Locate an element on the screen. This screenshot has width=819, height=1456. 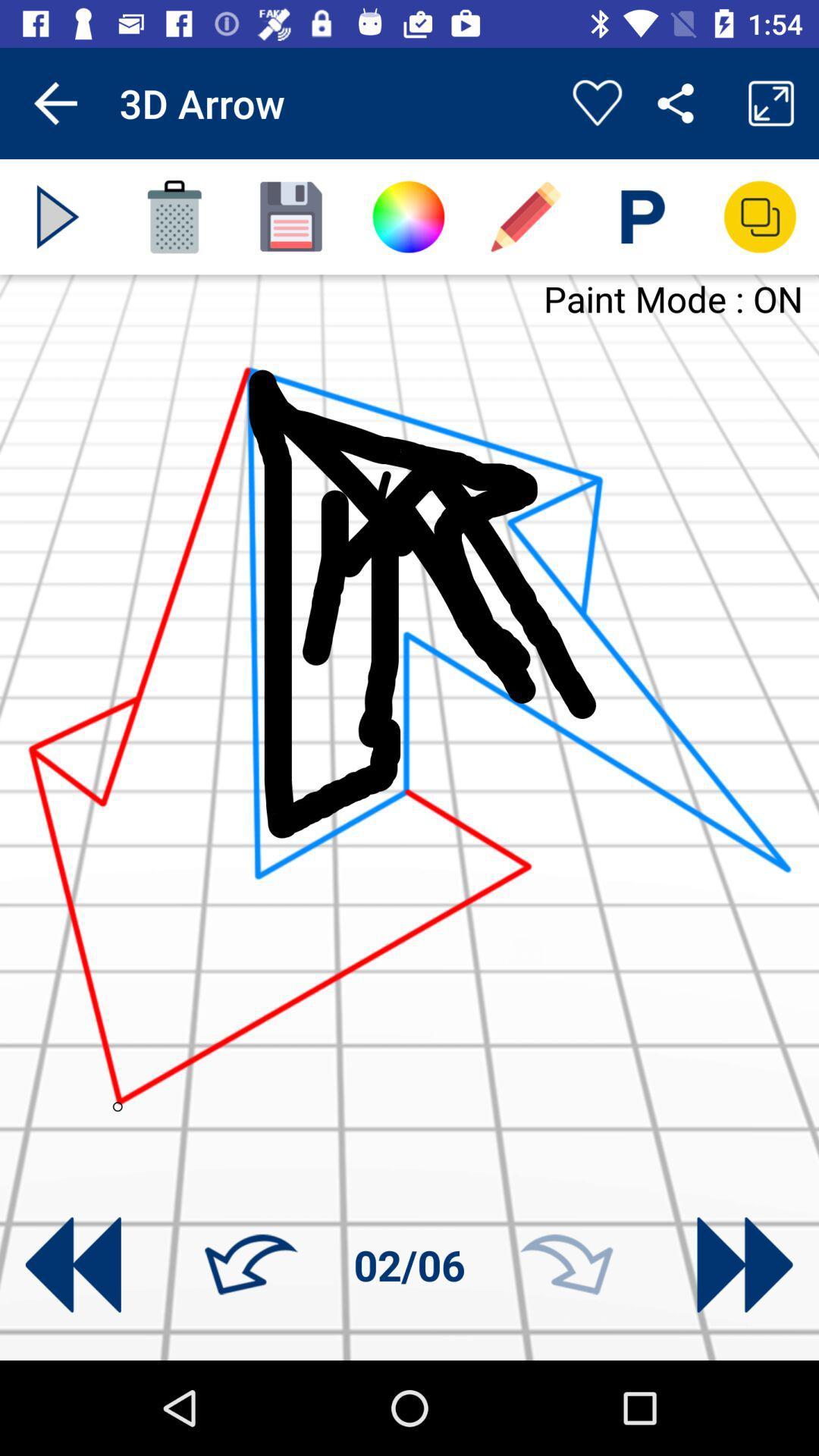
because back devicer is located at coordinates (57, 216).